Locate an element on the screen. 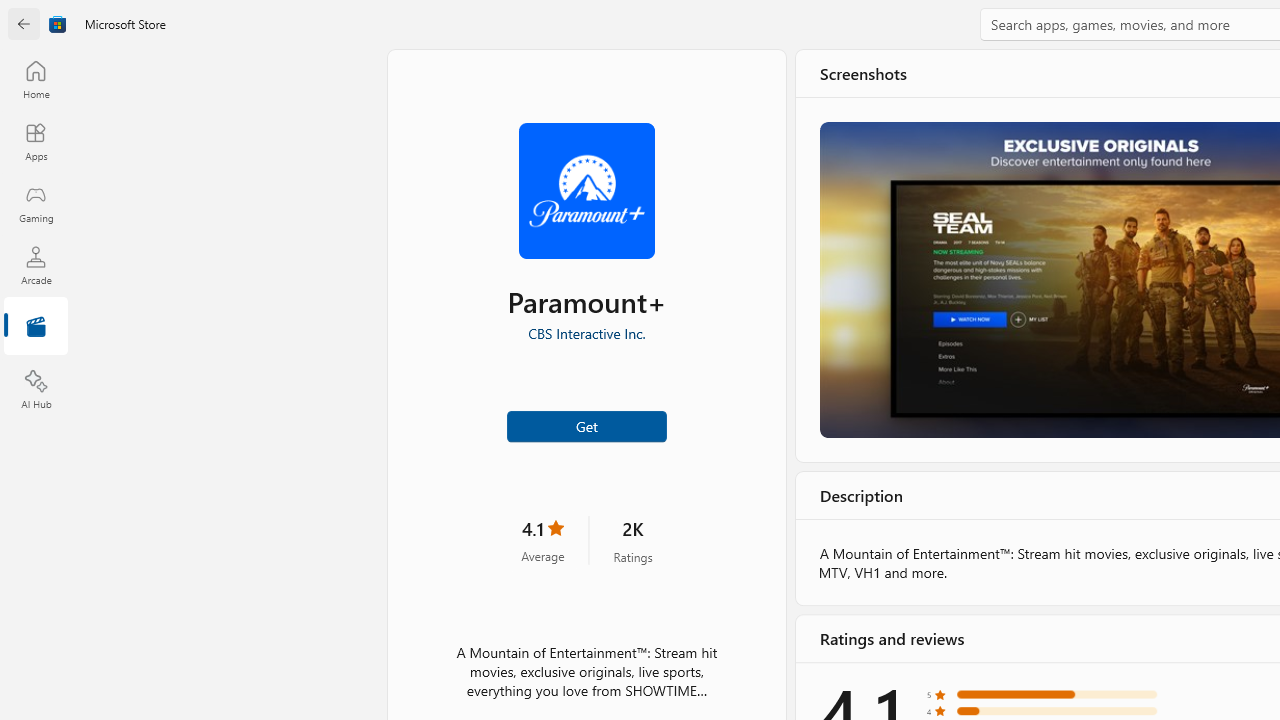 The height and width of the screenshot is (720, 1280). 'CBS Interactive Inc.' is located at coordinates (585, 332).